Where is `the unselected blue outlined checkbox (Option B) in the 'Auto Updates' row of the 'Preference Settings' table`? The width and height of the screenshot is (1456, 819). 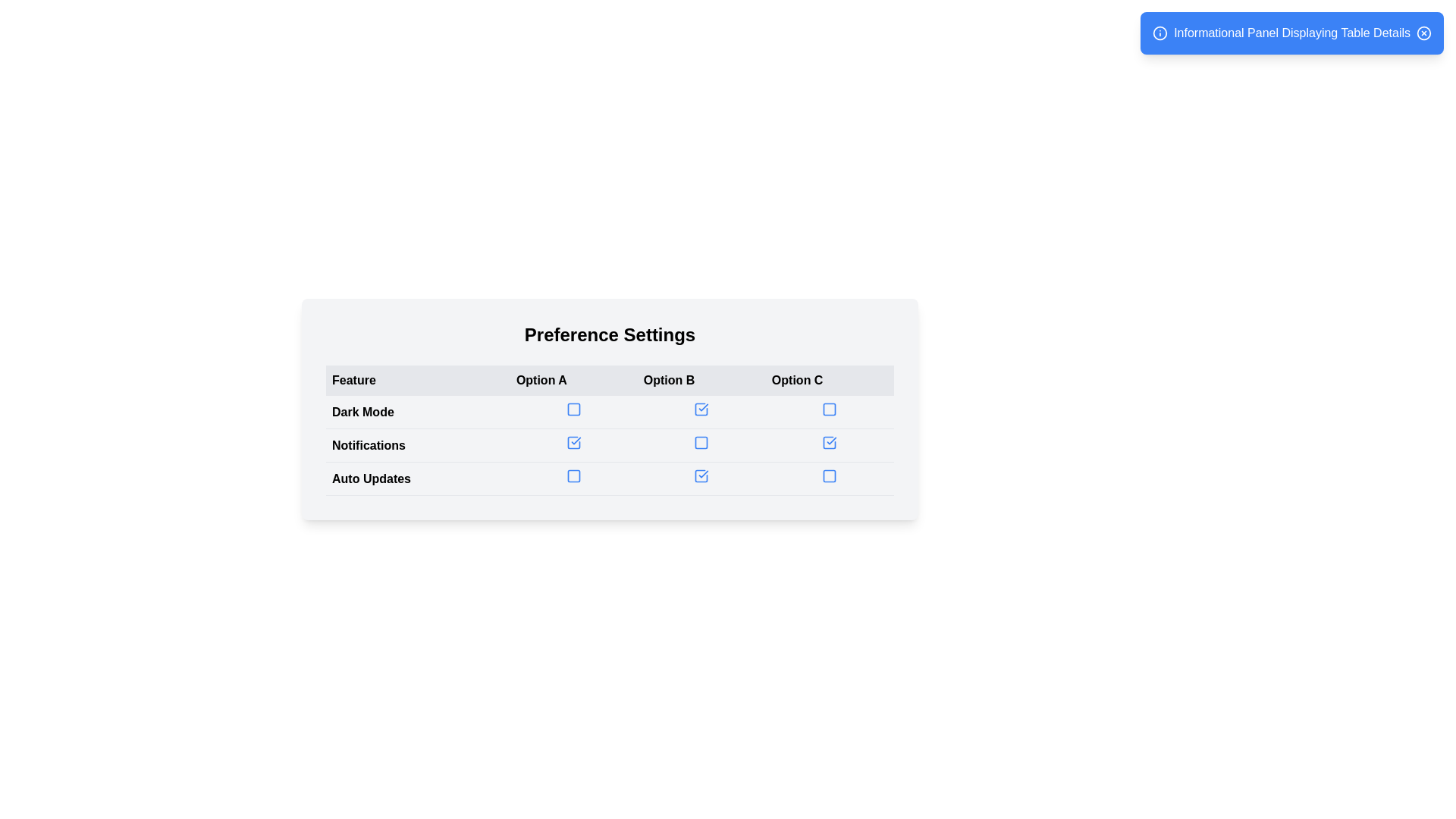 the unselected blue outlined checkbox (Option B) in the 'Auto Updates' row of the 'Preference Settings' table is located at coordinates (573, 479).